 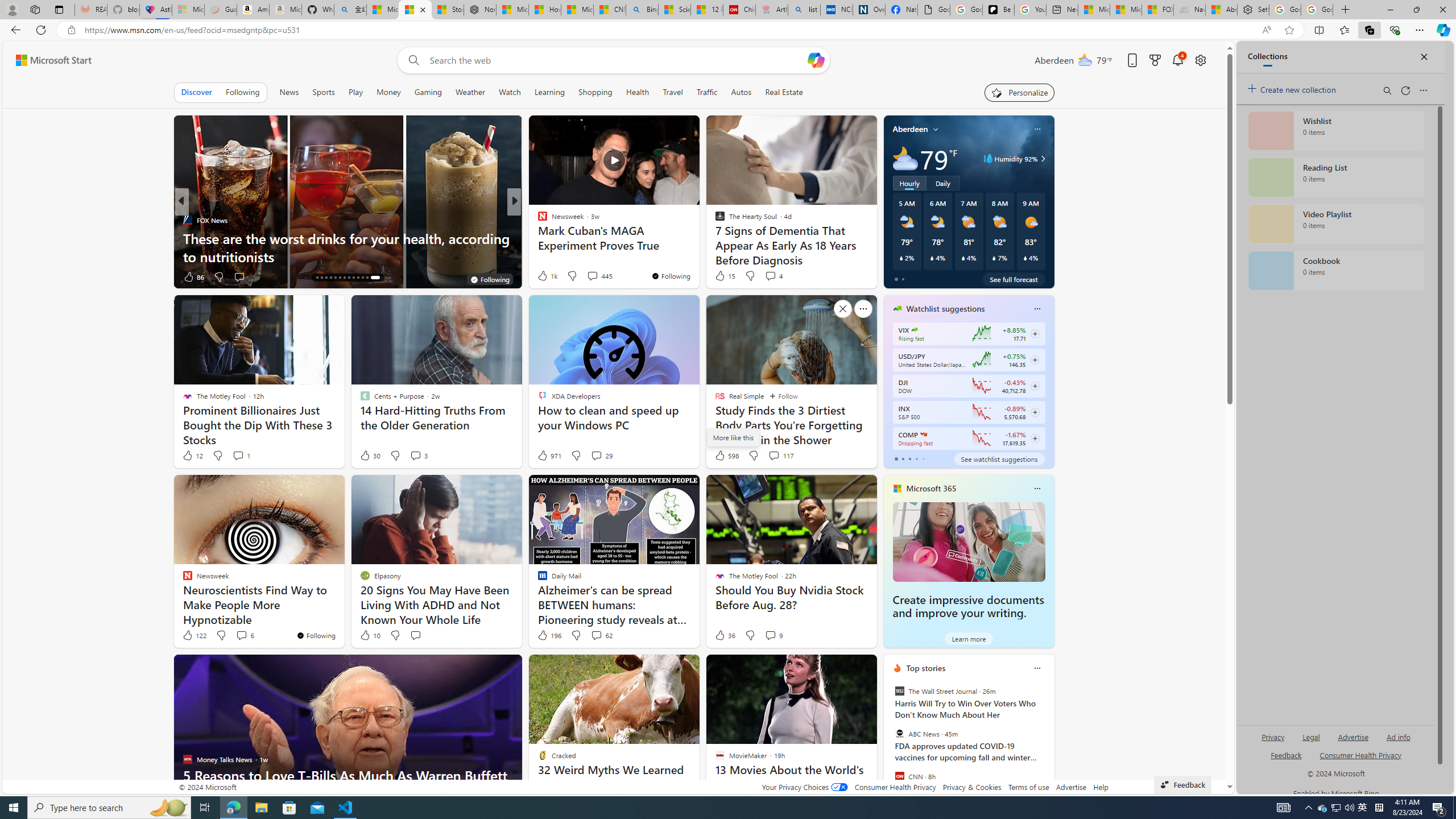 I want to click on 'NASDAQ', so click(x=923, y=433).